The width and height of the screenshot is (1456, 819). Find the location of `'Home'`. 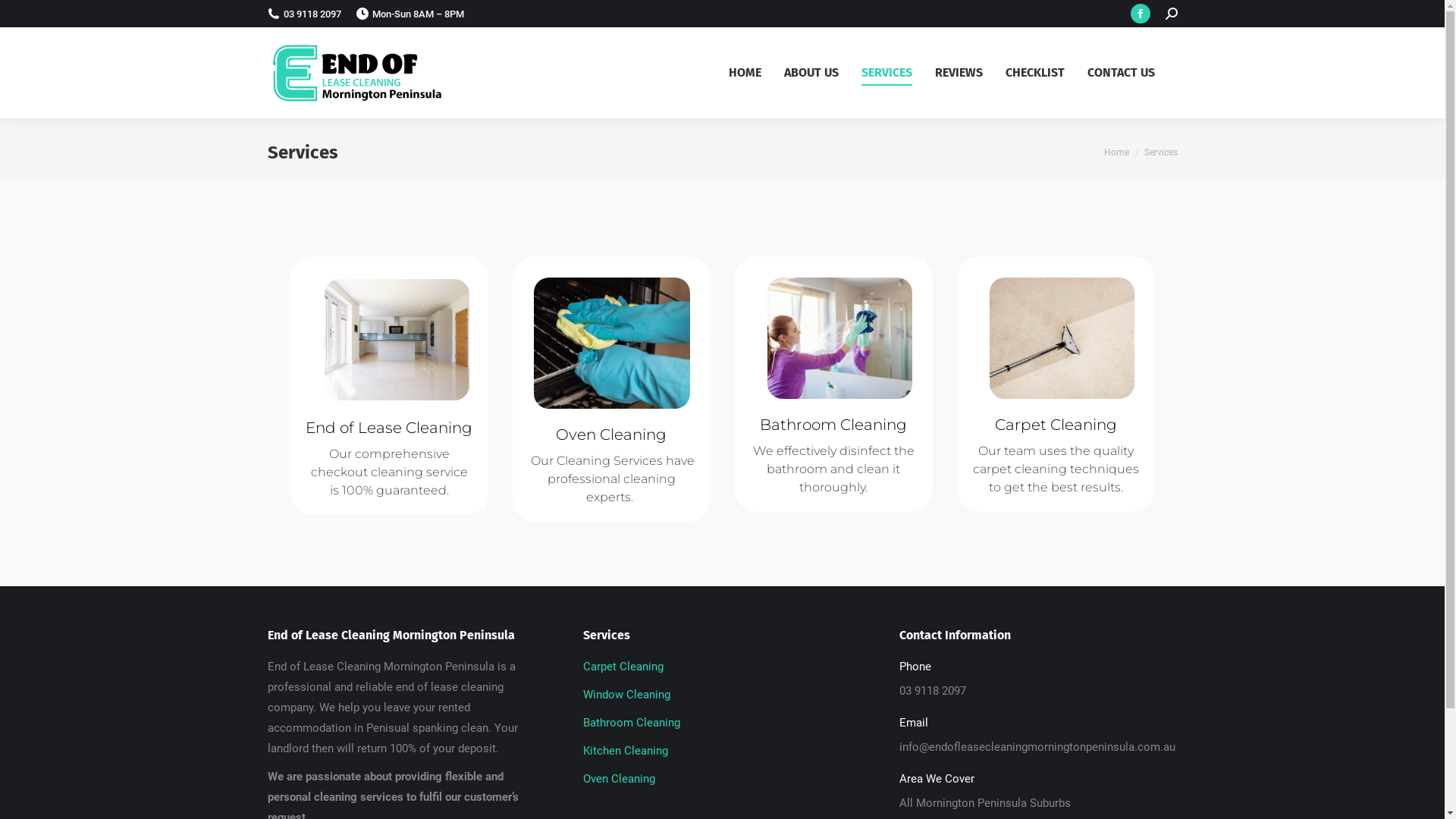

'Home' is located at coordinates (1116, 152).